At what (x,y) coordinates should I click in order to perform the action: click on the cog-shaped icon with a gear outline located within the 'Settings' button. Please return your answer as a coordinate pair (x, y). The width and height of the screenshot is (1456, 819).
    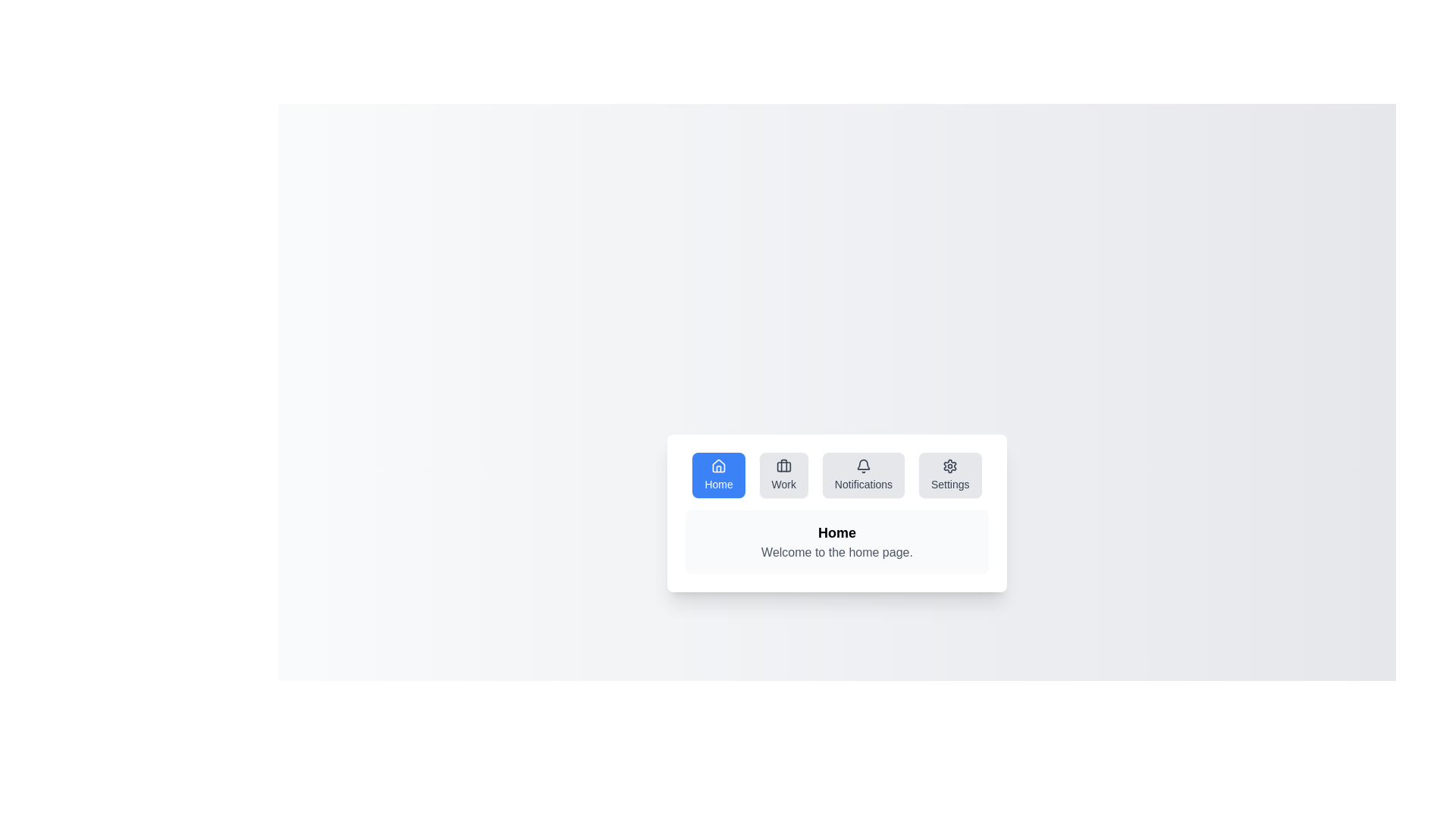
    Looking at the image, I should click on (949, 465).